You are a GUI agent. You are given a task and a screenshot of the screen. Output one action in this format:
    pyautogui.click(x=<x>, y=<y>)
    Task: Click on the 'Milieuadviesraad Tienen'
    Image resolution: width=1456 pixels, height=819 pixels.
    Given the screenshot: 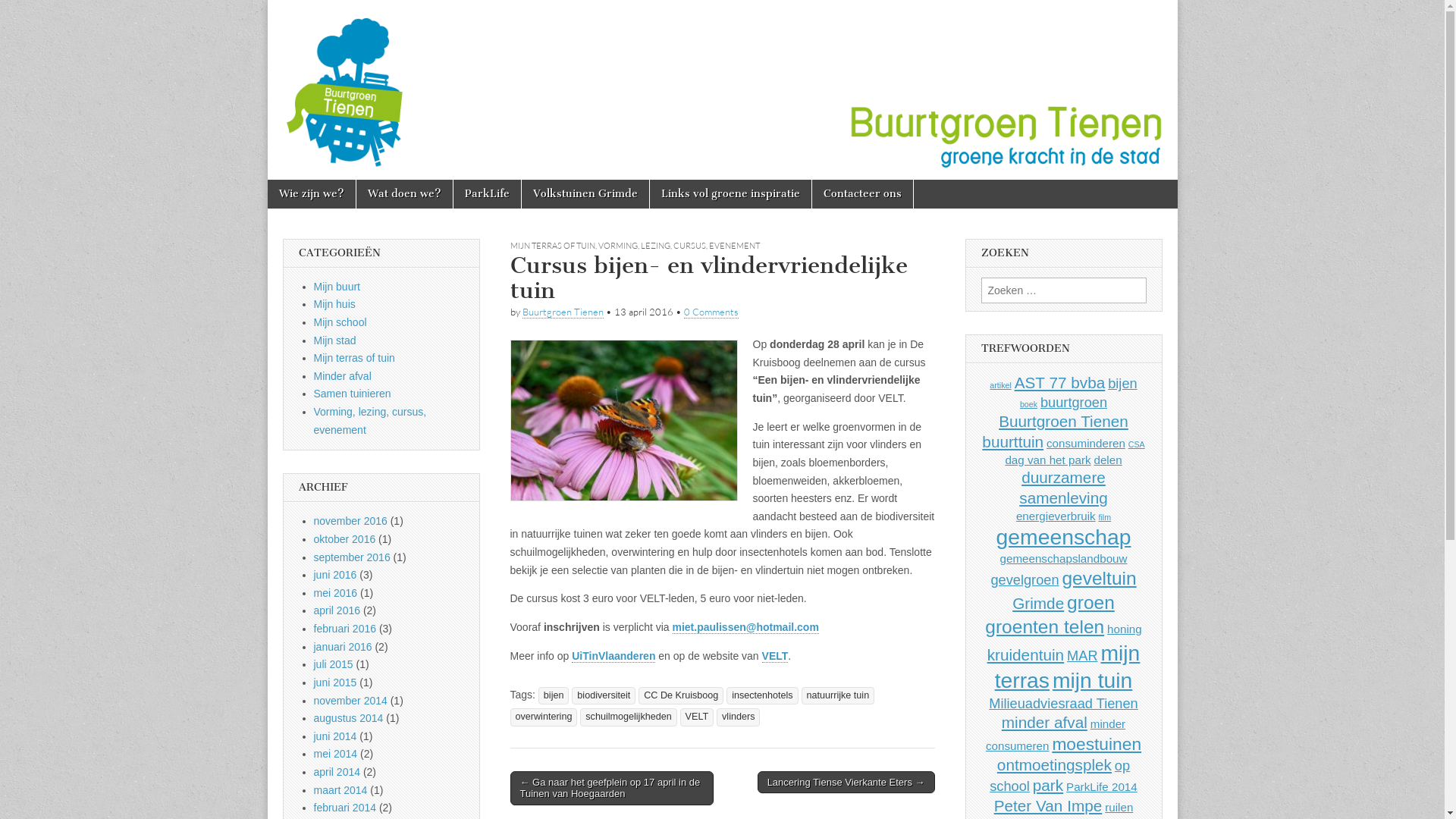 What is the action you would take?
    pyautogui.click(x=1062, y=703)
    